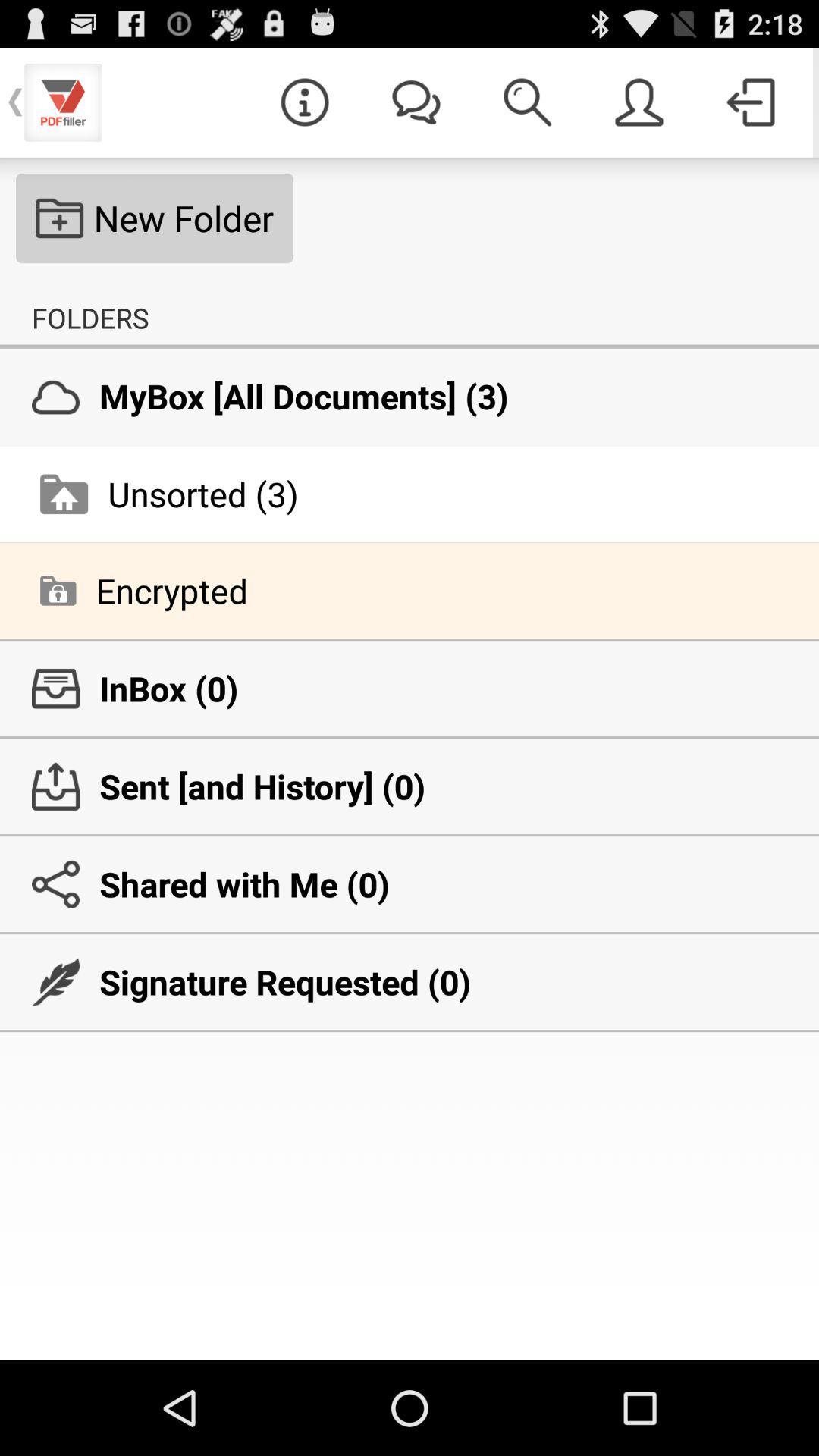  What do you see at coordinates (155, 218) in the screenshot?
I see `icon above folders icon` at bounding box center [155, 218].